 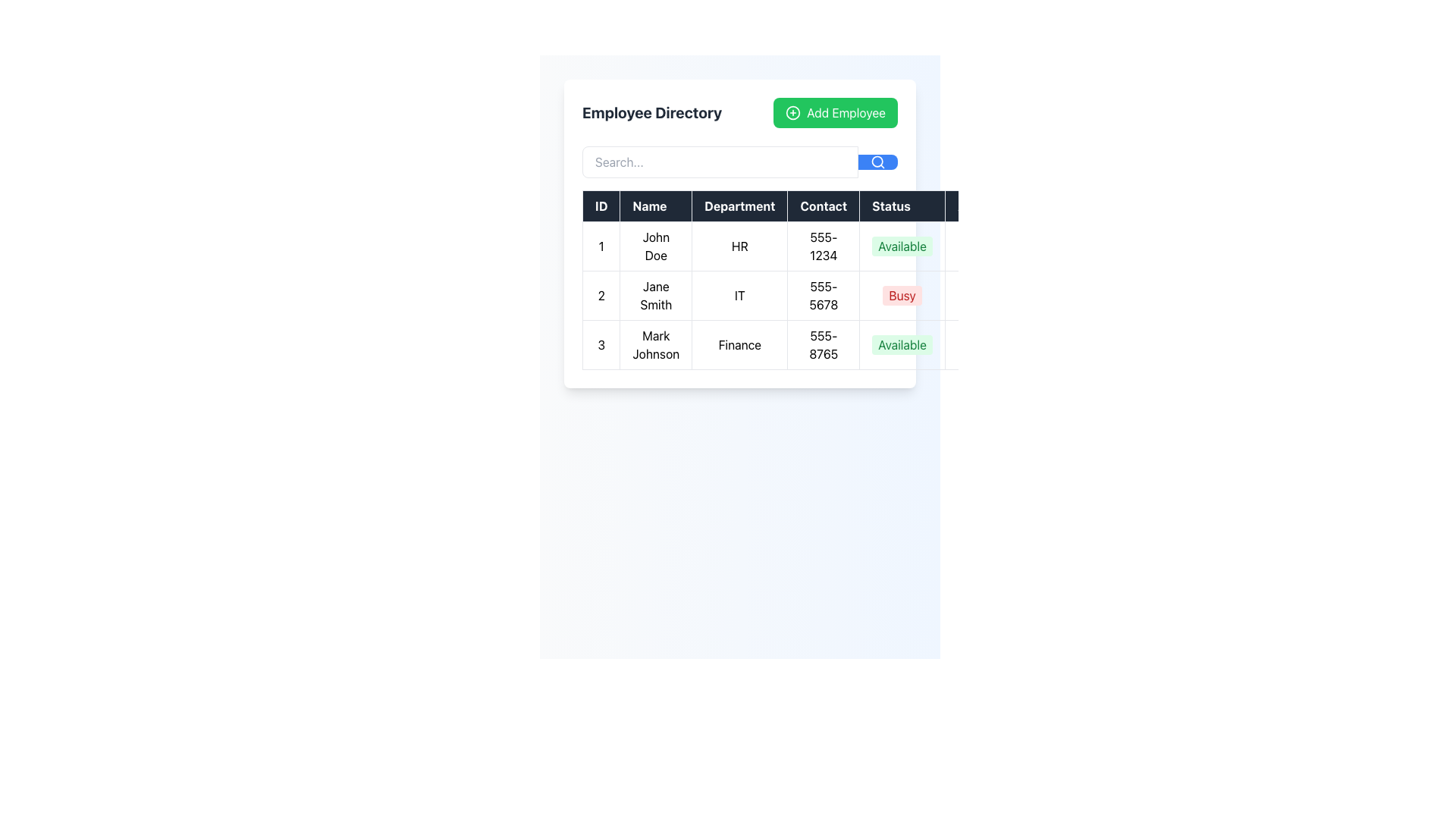 What do you see at coordinates (798, 295) in the screenshot?
I see `the row in the data table for 'Jane Smith' from the IT department for detailed operations` at bounding box center [798, 295].